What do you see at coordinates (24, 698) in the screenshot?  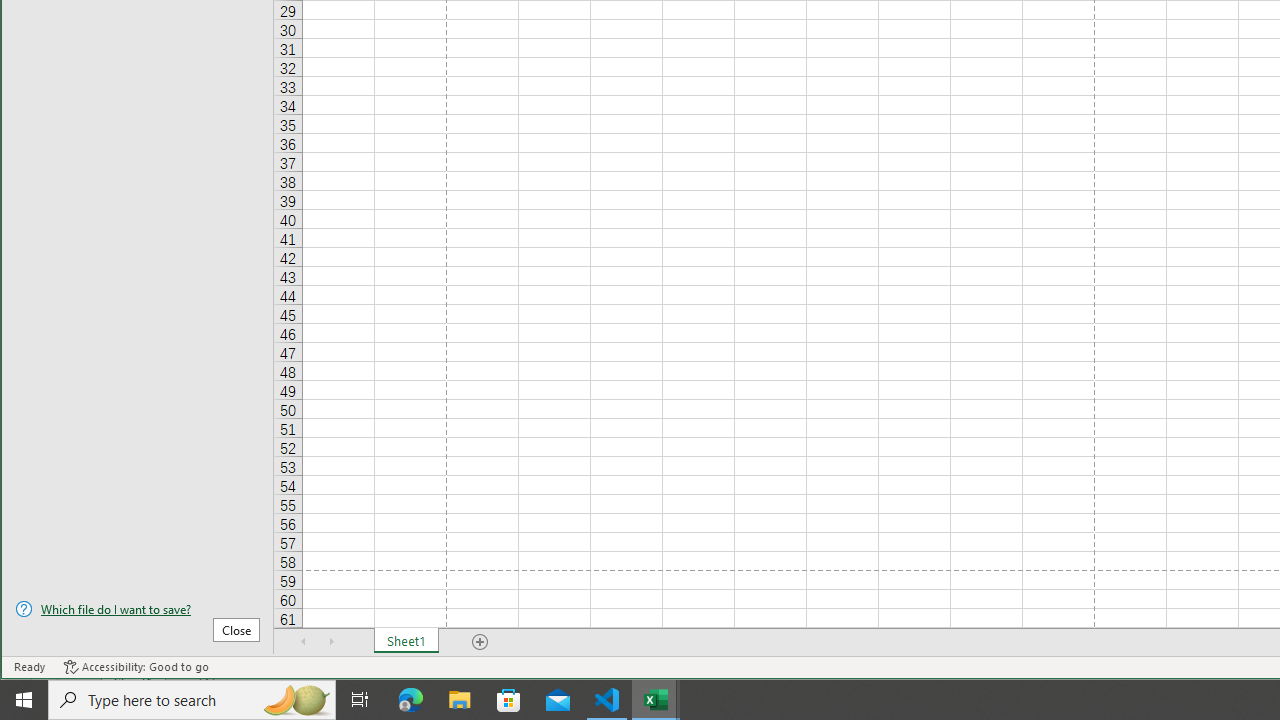 I see `'Start'` at bounding box center [24, 698].